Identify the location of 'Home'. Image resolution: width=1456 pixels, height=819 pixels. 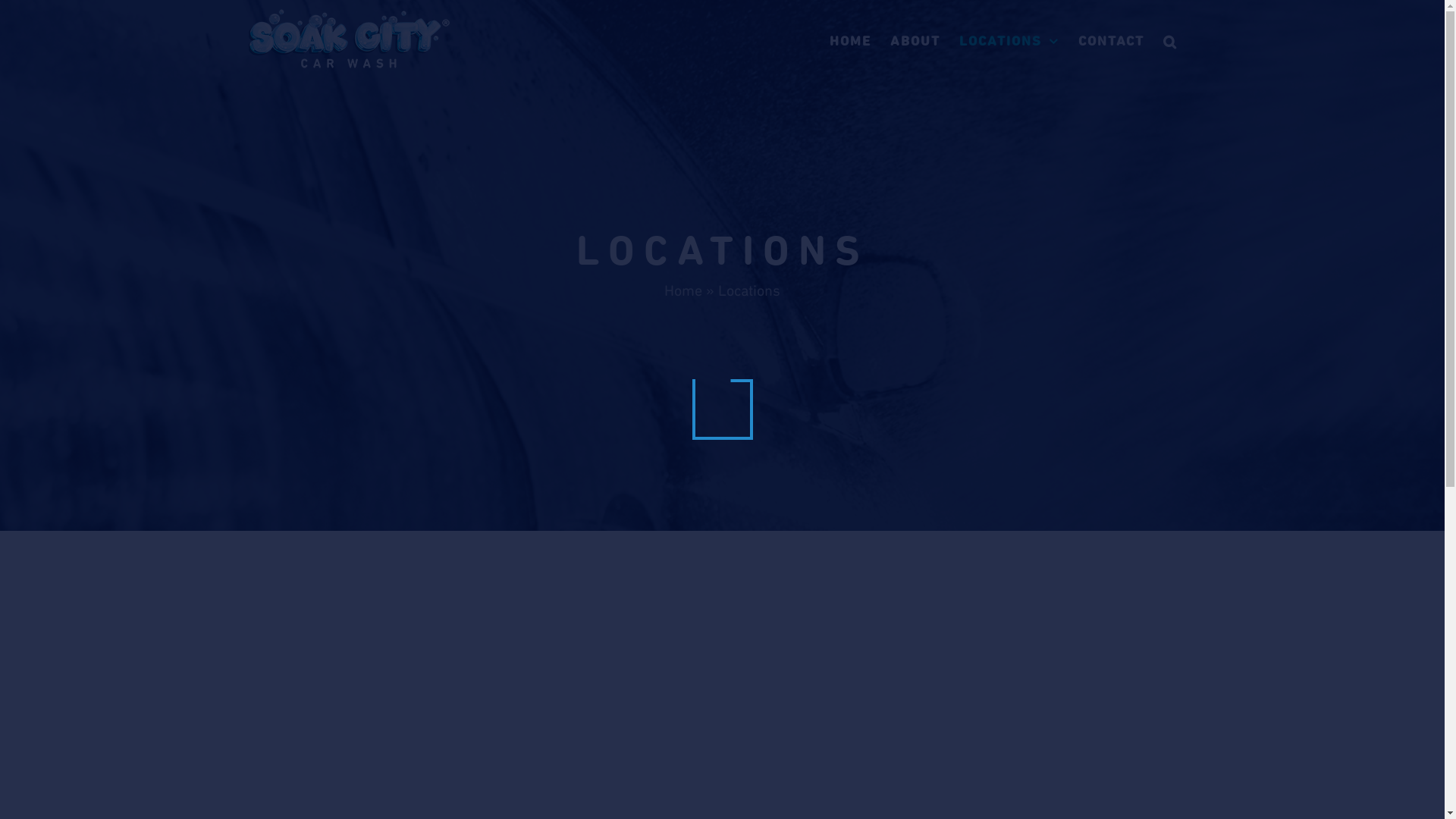
(682, 290).